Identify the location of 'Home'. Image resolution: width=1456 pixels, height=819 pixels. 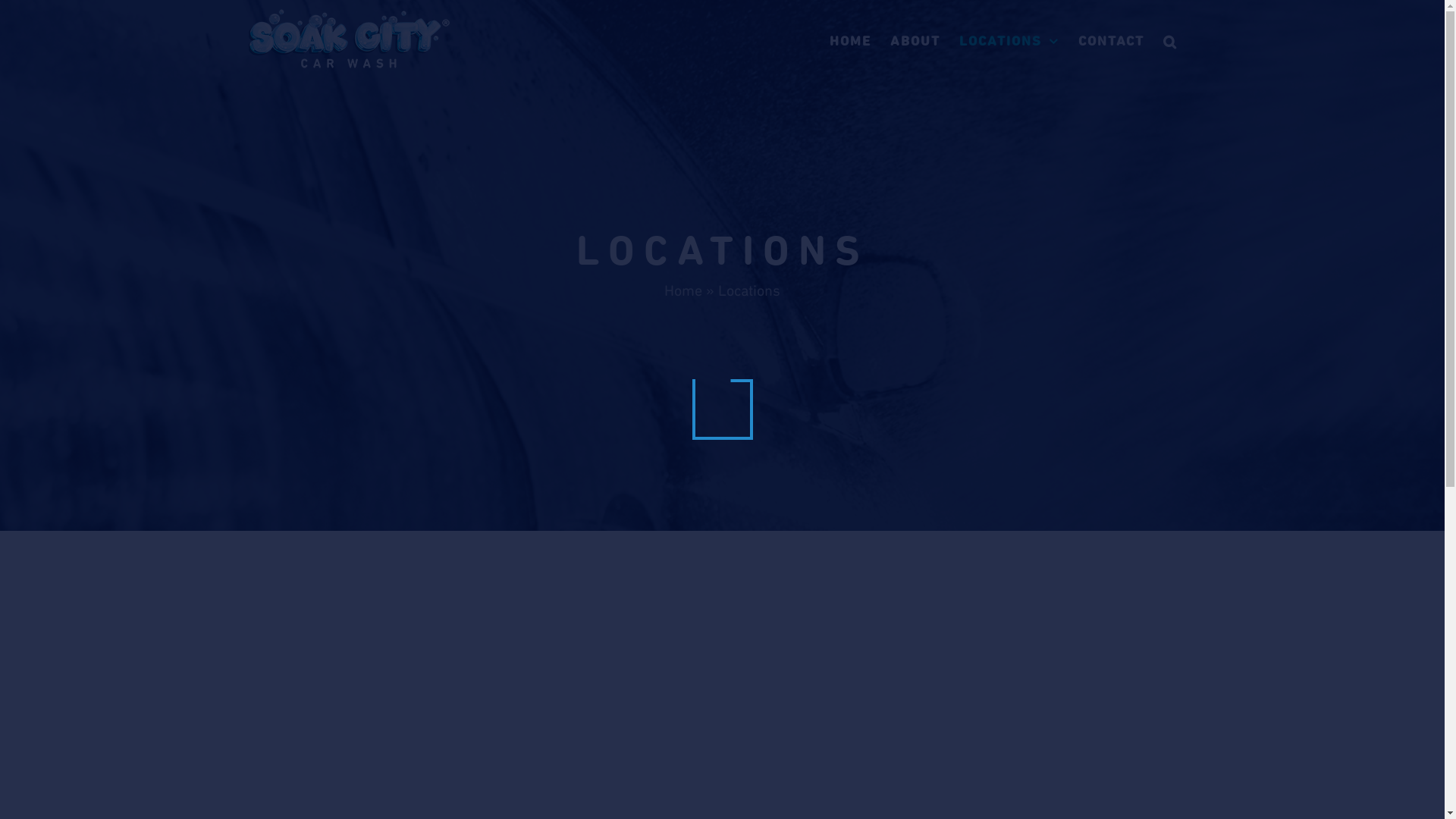
(682, 290).